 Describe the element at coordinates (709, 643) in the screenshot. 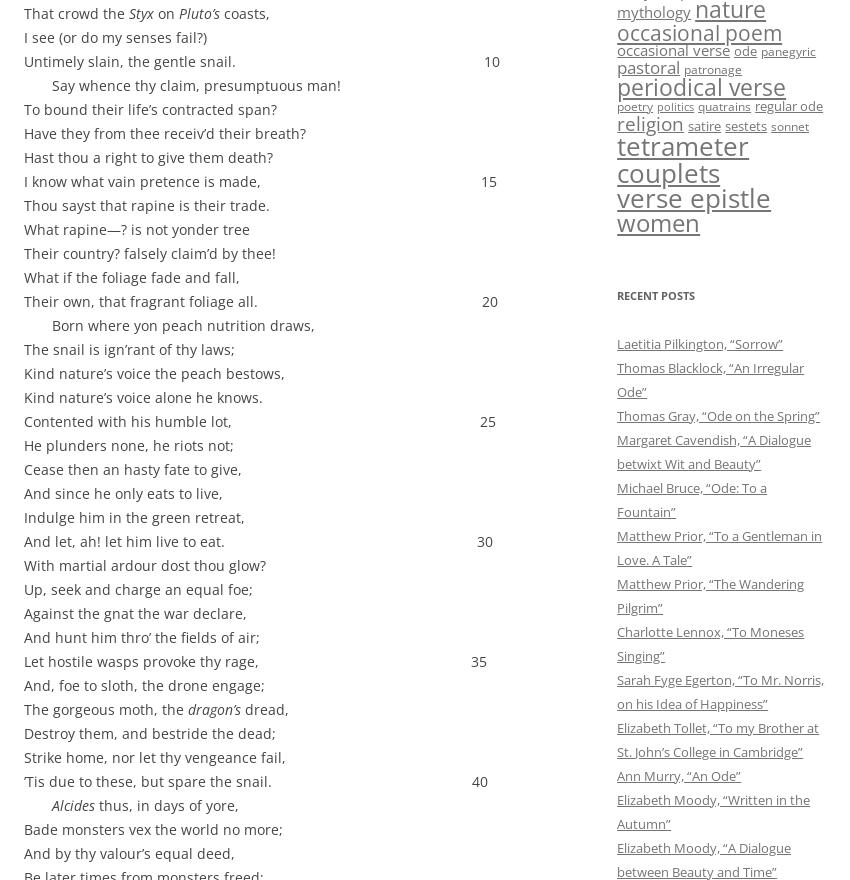

I see `'Charlotte Lennox, “To Moneses Singing”'` at that location.